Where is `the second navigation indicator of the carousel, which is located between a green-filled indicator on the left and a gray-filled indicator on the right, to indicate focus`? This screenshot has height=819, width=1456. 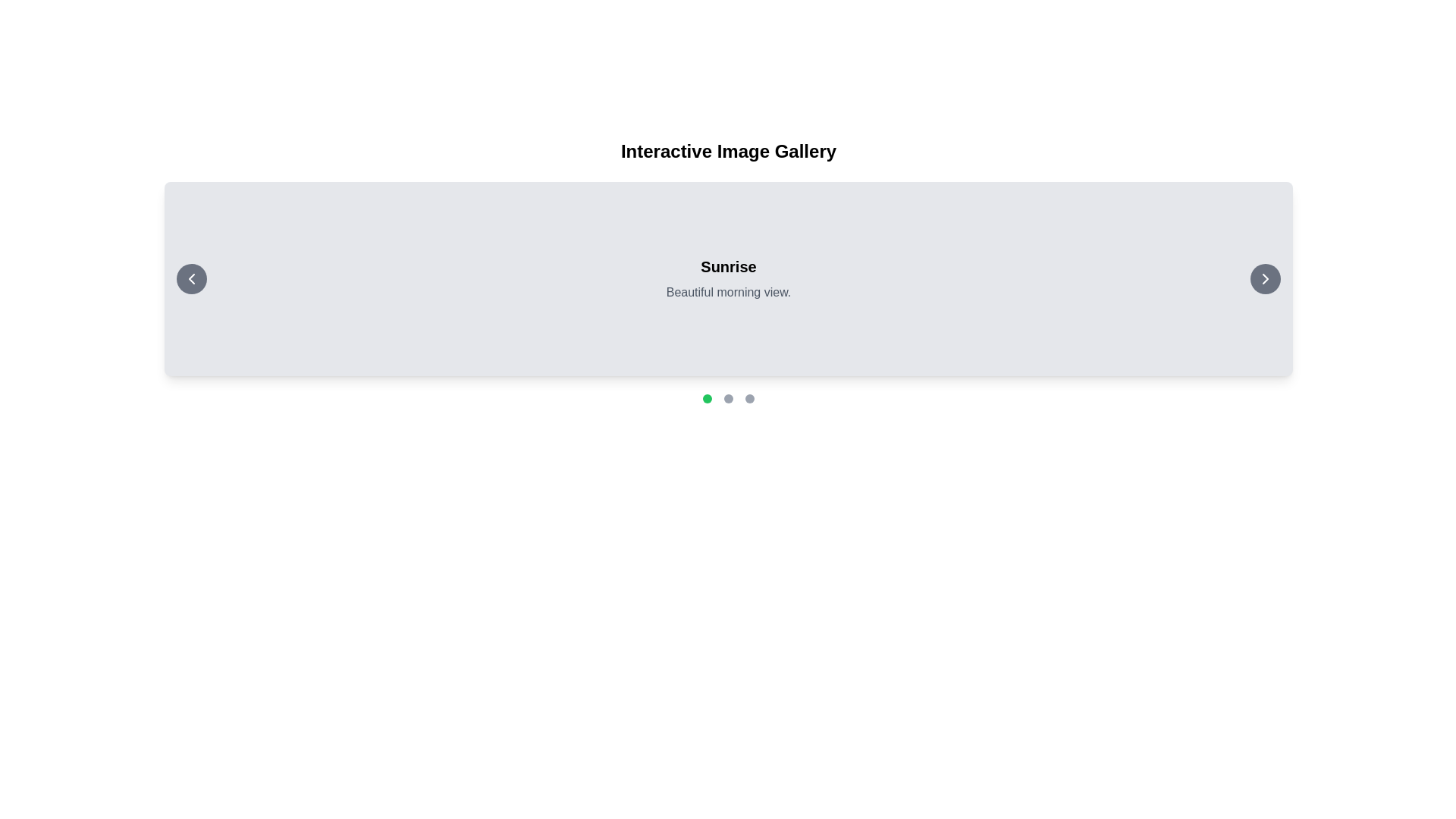 the second navigation indicator of the carousel, which is located between a green-filled indicator on the left and a gray-filled indicator on the right, to indicate focus is located at coordinates (728, 397).